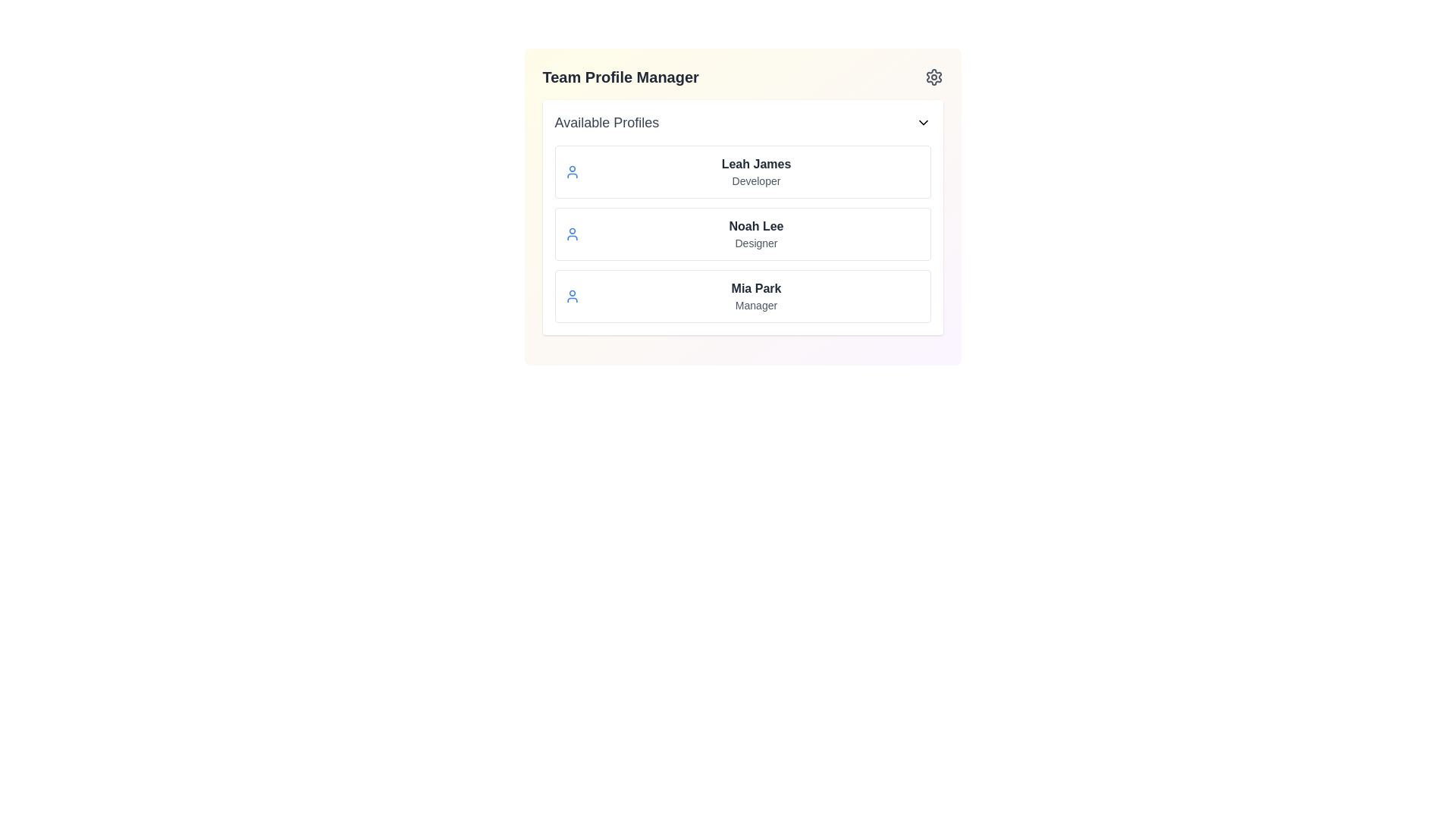  I want to click on the text label displaying 'Developer' located directly beneath the name 'Leah James' in the user profile section, so click(756, 180).